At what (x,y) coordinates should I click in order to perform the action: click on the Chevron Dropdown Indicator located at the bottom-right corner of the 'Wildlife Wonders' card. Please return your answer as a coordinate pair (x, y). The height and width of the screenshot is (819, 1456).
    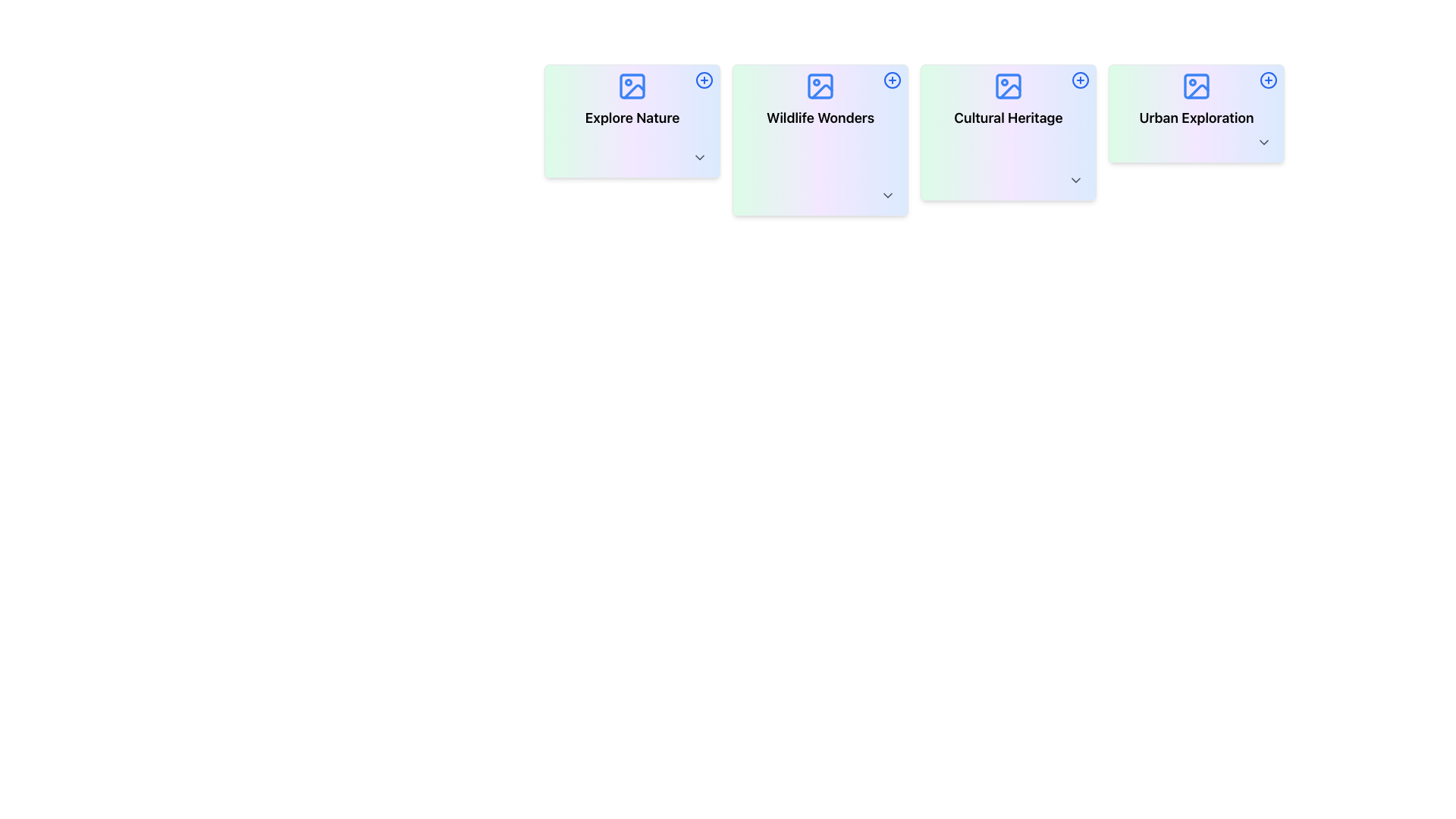
    Looking at the image, I should click on (888, 195).